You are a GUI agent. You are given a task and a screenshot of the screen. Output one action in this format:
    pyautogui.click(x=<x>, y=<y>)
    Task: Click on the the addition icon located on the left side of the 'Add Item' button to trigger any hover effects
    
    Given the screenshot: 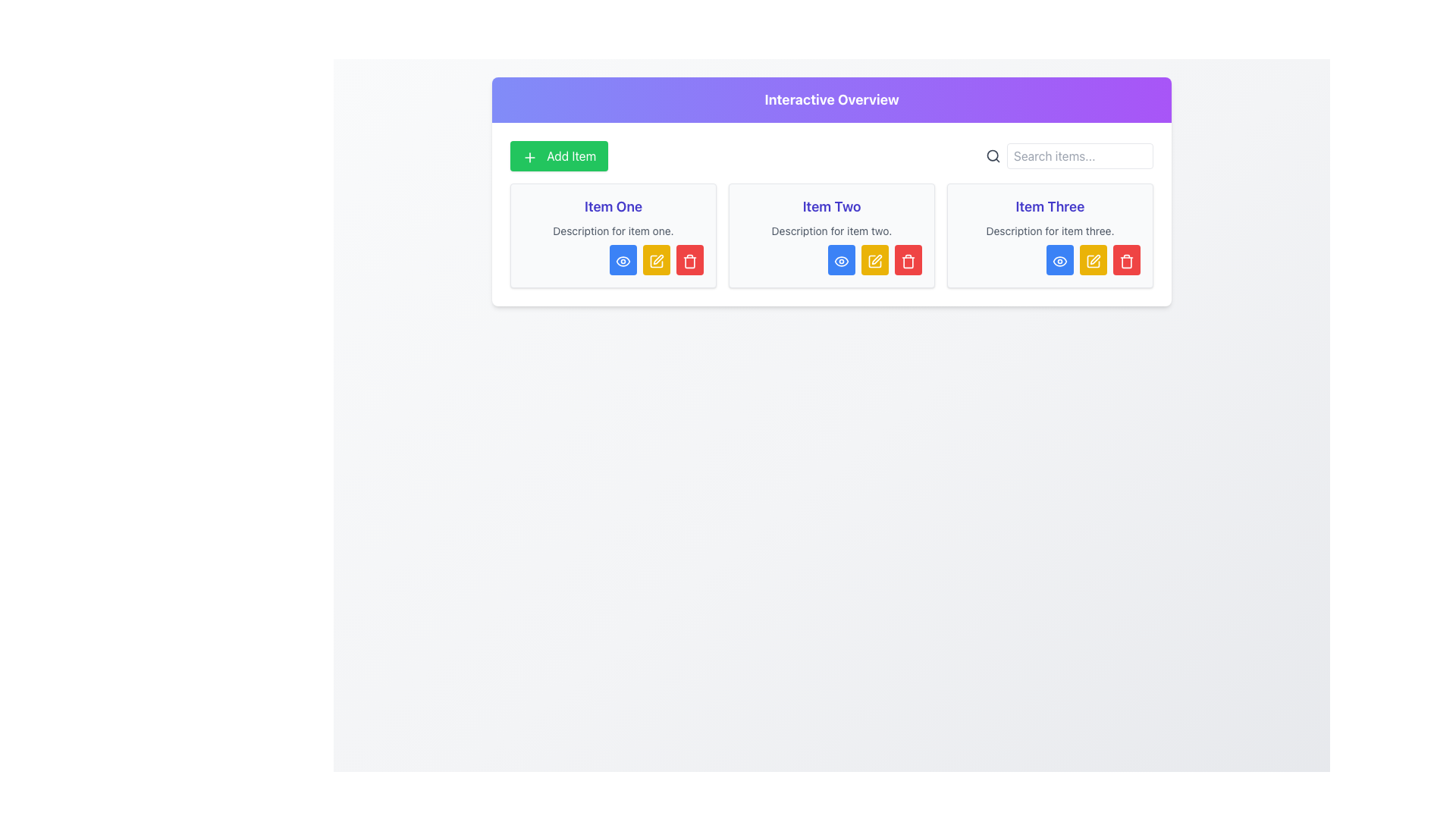 What is the action you would take?
    pyautogui.click(x=530, y=157)
    